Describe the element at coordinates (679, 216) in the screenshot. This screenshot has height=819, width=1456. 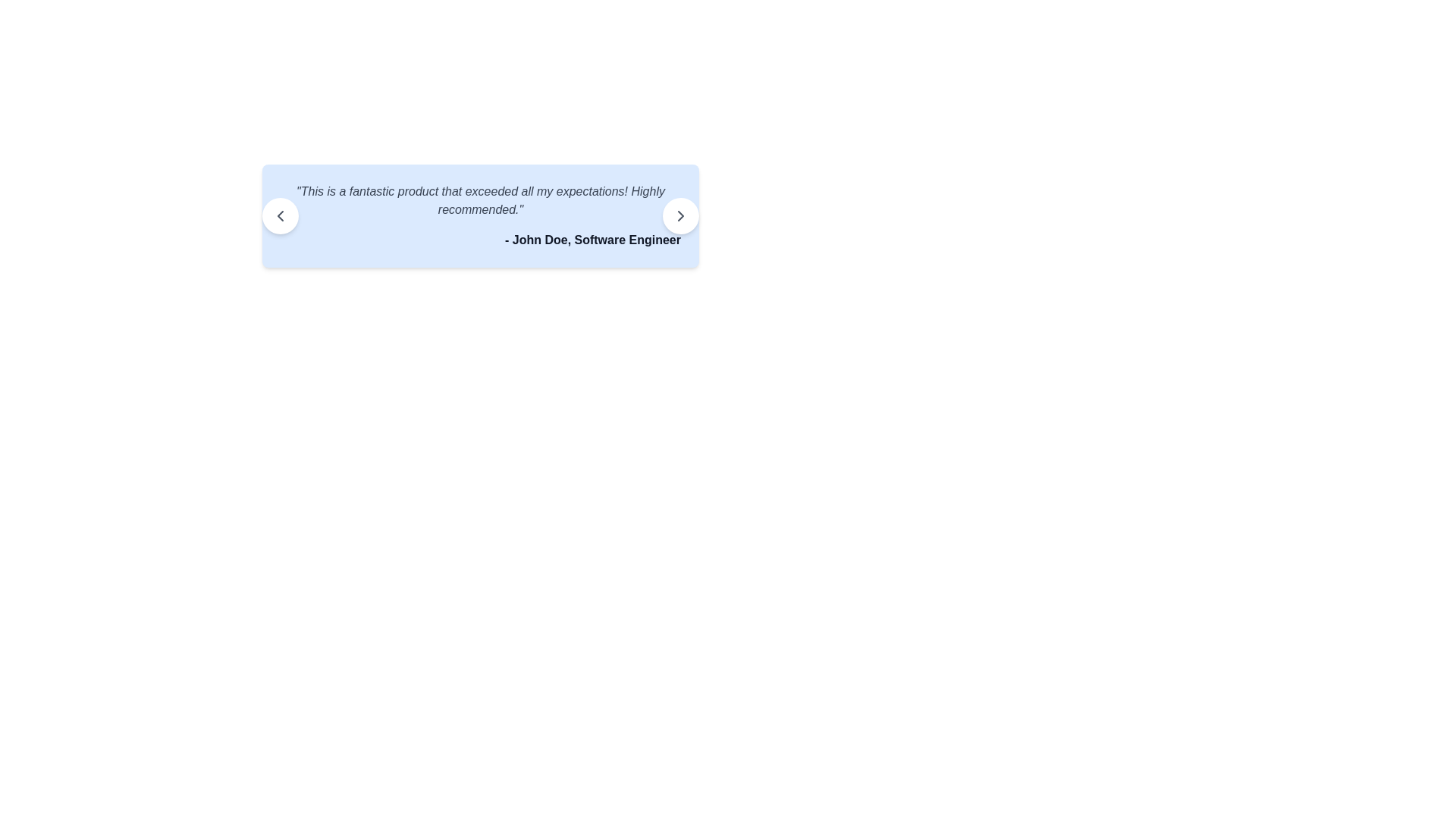
I see `the second circular button with a white background and a right-pointing chevron icon` at that location.